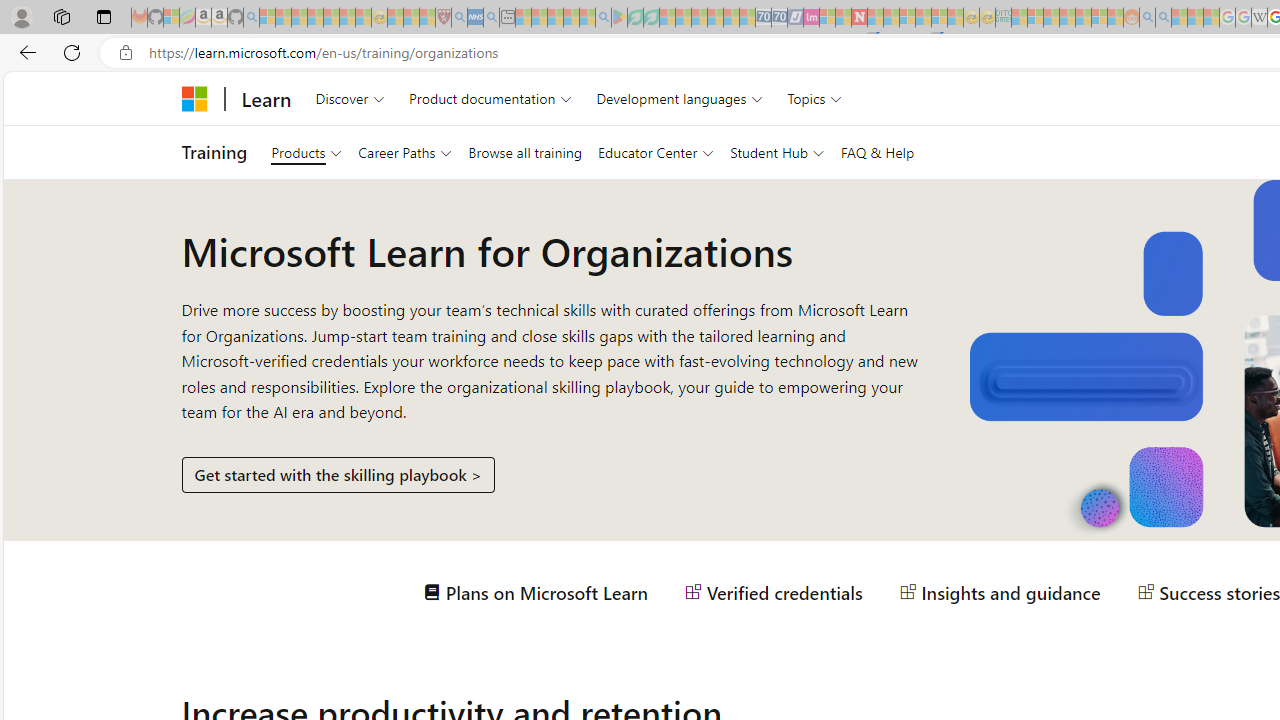  Describe the element at coordinates (679, 98) in the screenshot. I see `'Development languages'` at that location.